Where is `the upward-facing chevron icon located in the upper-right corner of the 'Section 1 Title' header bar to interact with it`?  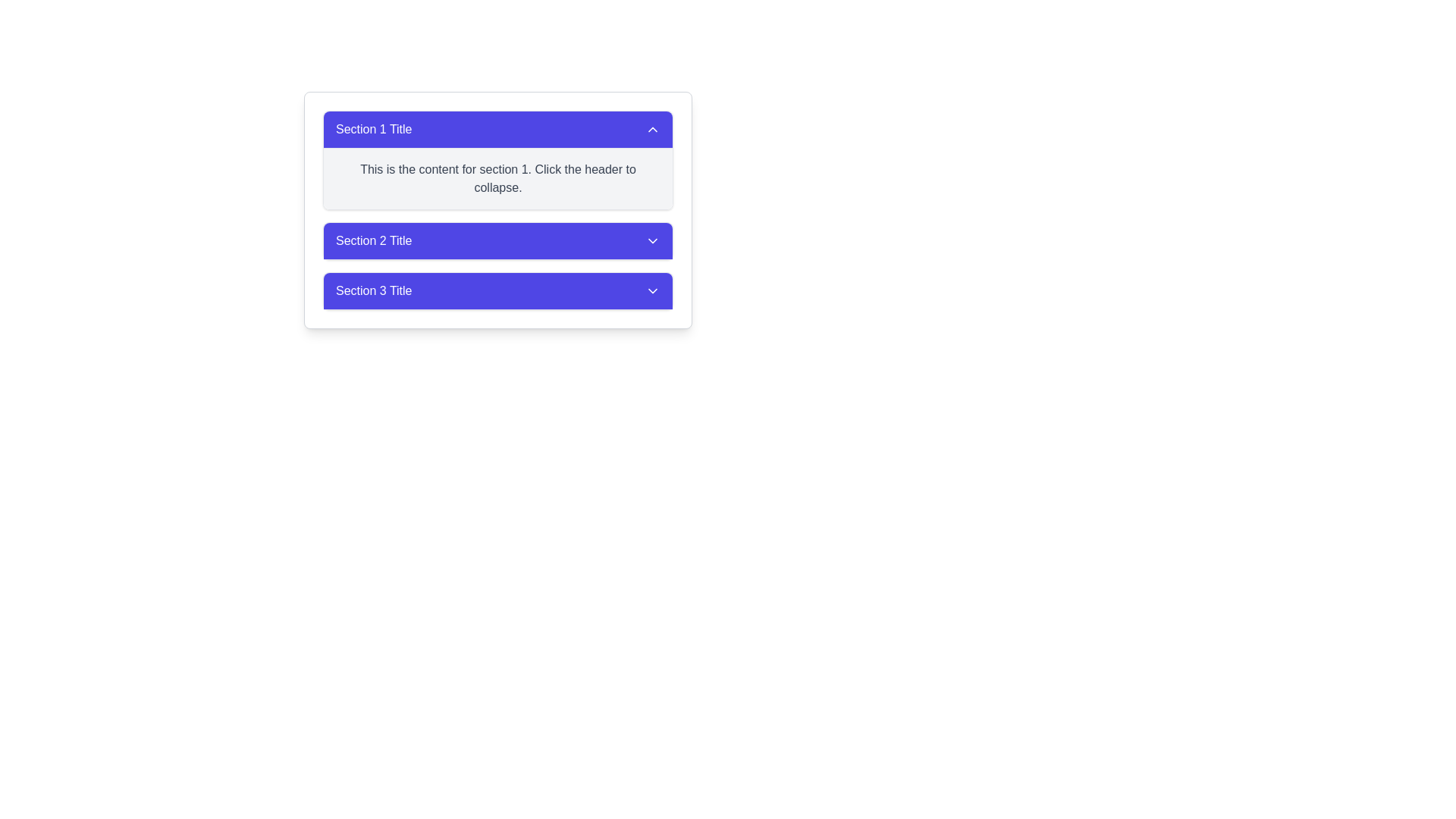
the upward-facing chevron icon located in the upper-right corner of the 'Section 1 Title' header bar to interact with it is located at coordinates (652, 128).